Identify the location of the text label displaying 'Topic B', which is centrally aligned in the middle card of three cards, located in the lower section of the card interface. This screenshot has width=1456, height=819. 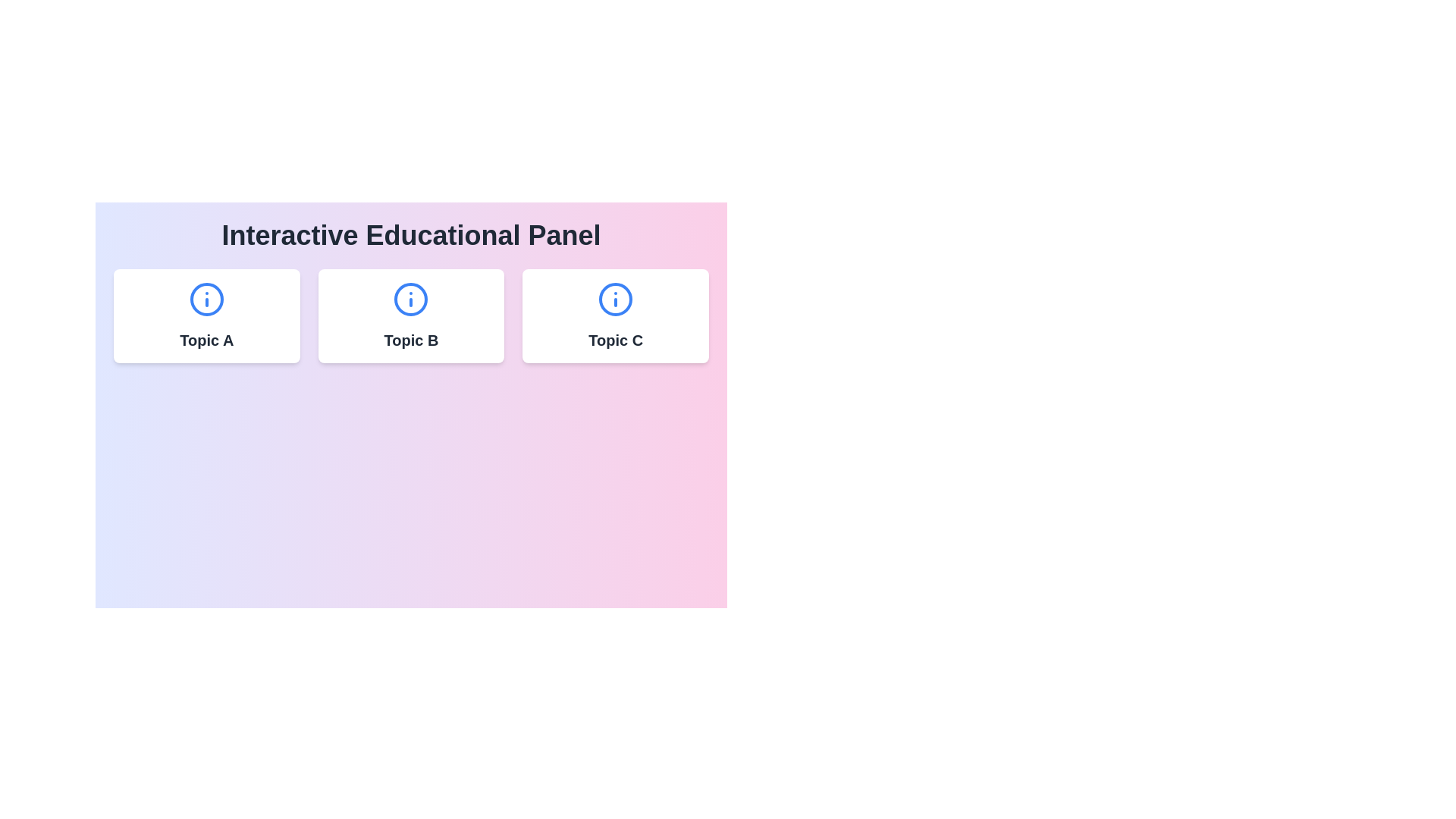
(411, 339).